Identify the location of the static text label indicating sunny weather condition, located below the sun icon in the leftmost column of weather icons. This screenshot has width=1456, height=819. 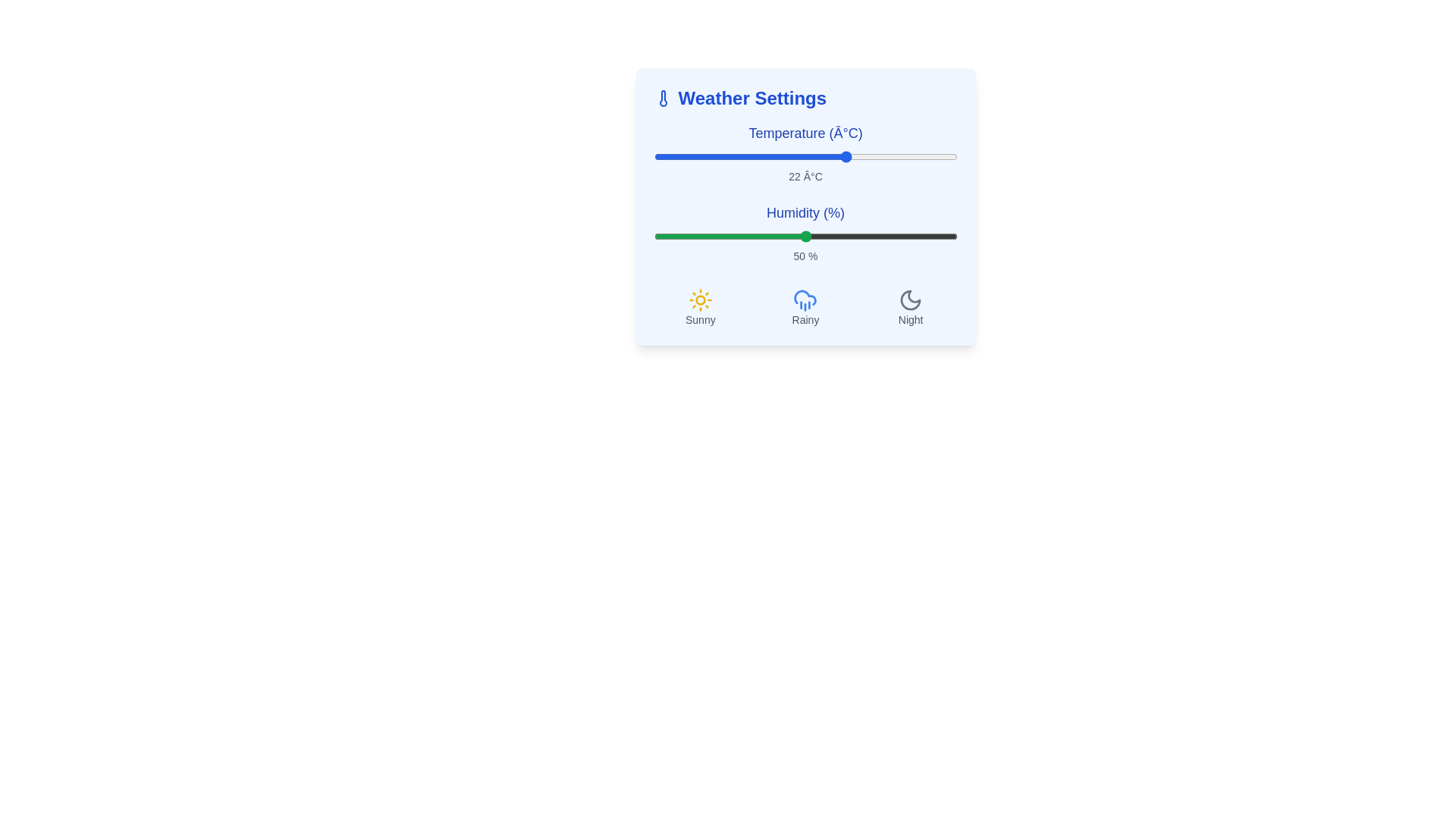
(699, 318).